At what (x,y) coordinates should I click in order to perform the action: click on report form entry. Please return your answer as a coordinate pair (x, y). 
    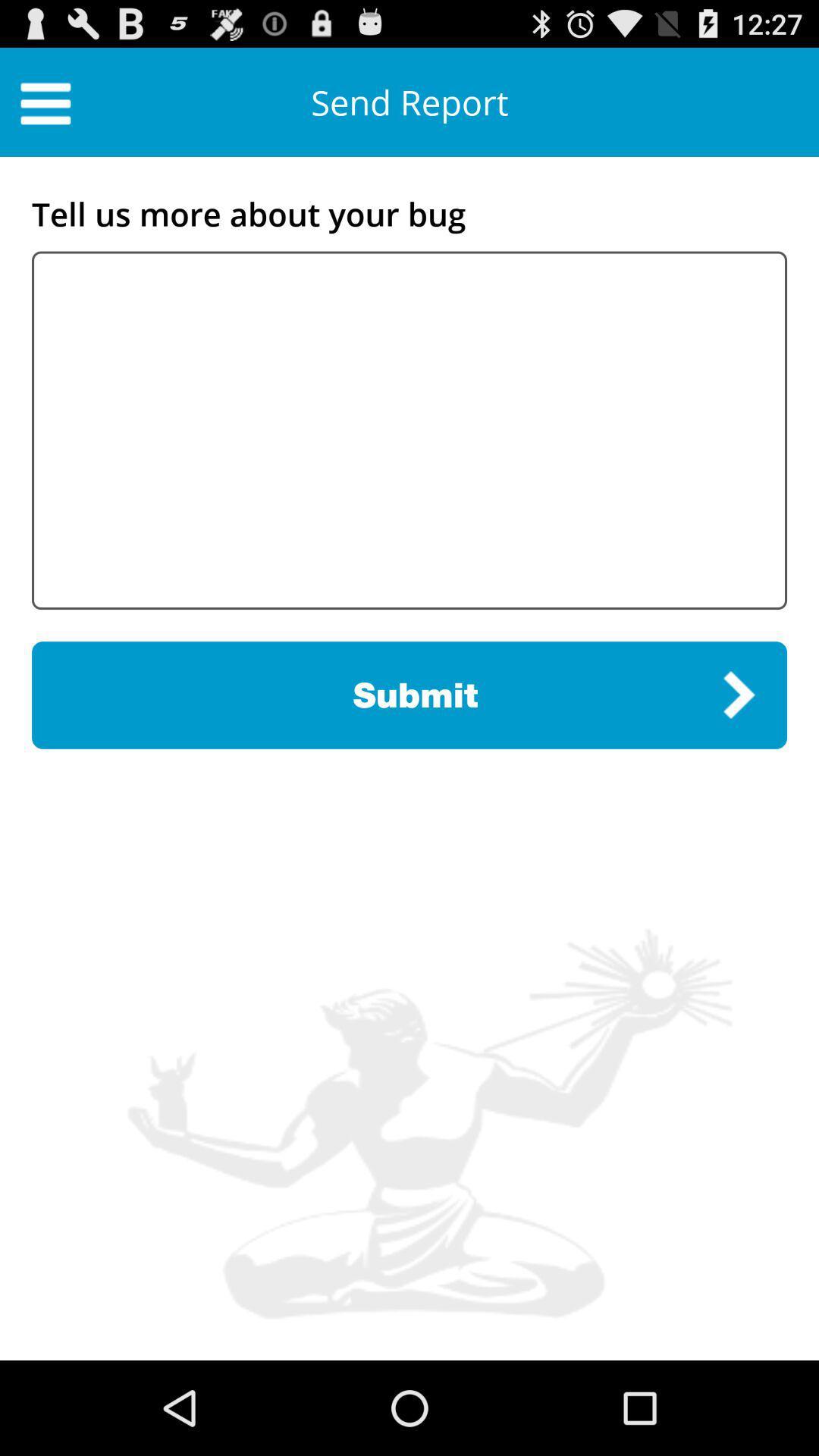
    Looking at the image, I should click on (409, 429).